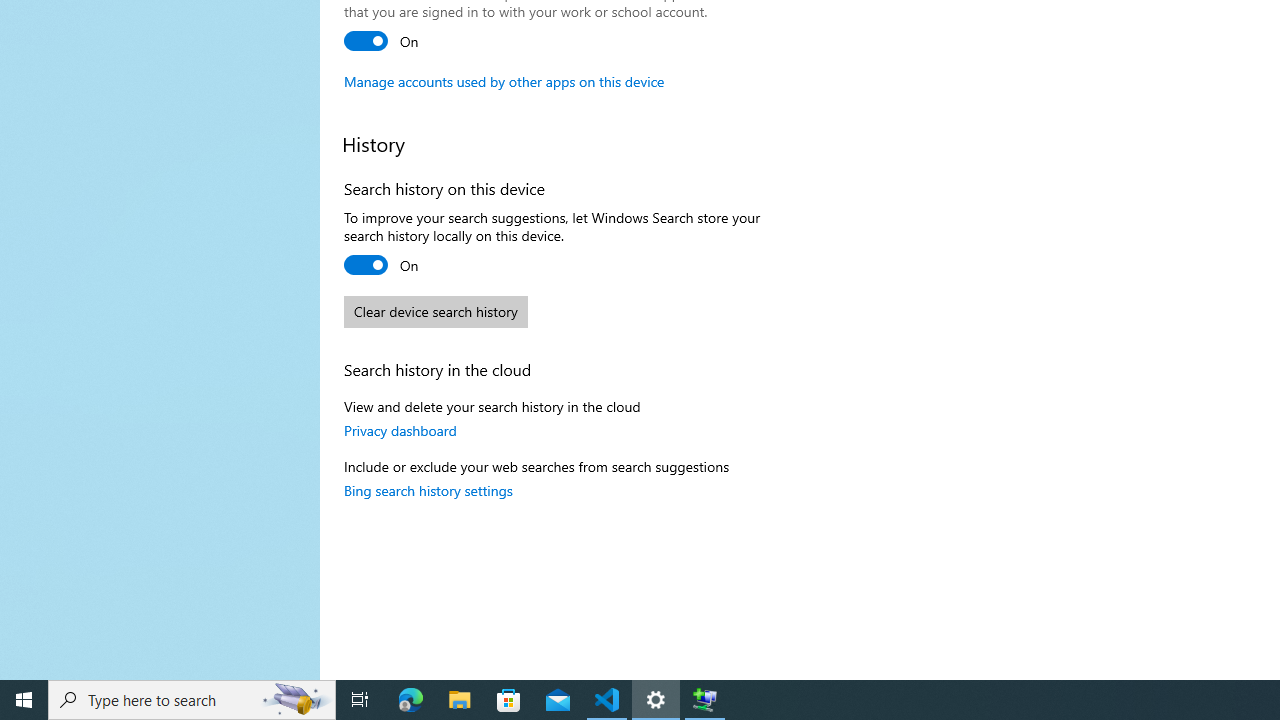 The height and width of the screenshot is (720, 1280). What do you see at coordinates (382, 263) in the screenshot?
I see `'Search history on this device'` at bounding box center [382, 263].